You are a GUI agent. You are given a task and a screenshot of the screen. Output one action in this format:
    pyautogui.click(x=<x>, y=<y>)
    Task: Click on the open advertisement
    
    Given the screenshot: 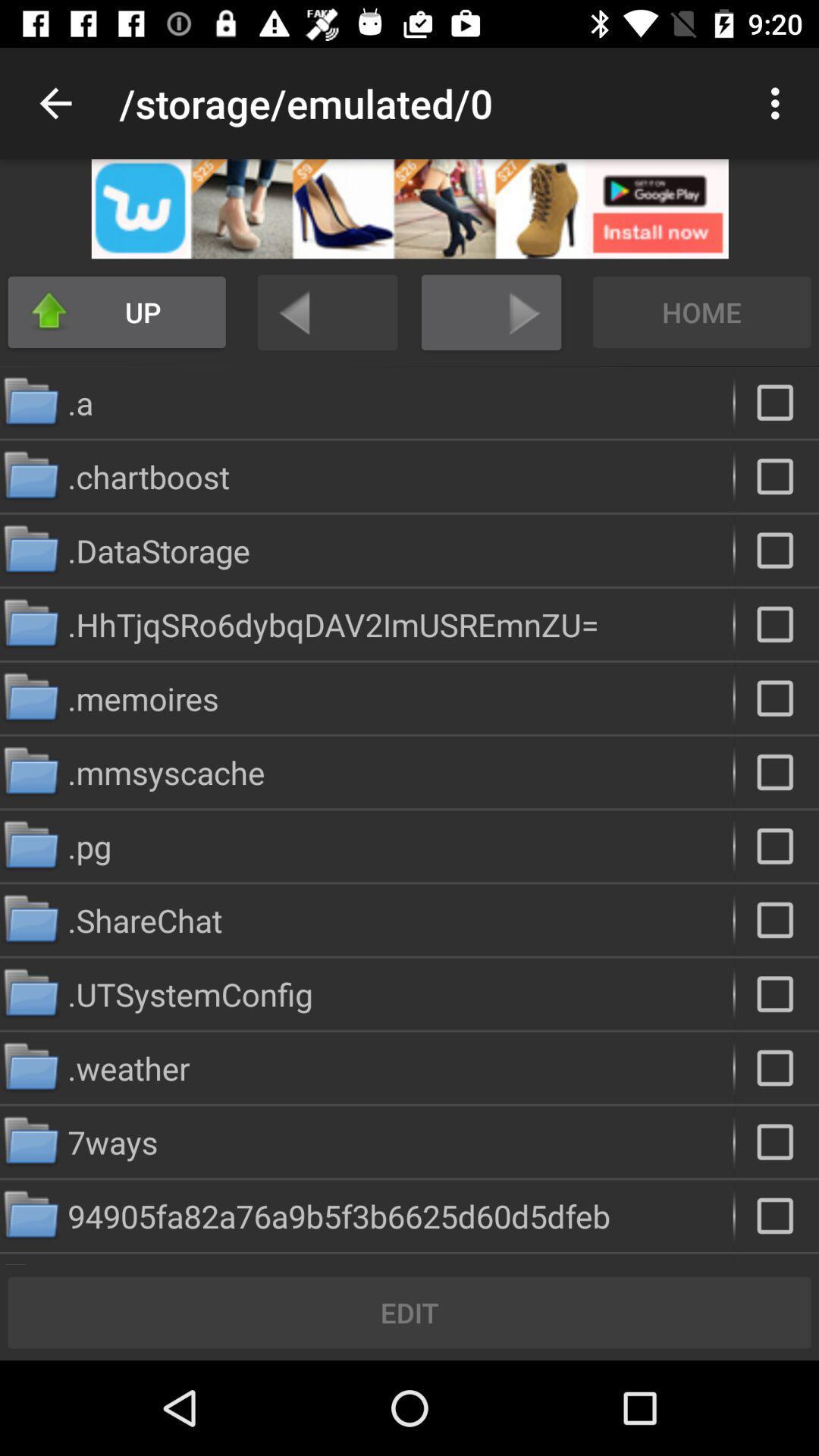 What is the action you would take?
    pyautogui.click(x=409, y=208)
    